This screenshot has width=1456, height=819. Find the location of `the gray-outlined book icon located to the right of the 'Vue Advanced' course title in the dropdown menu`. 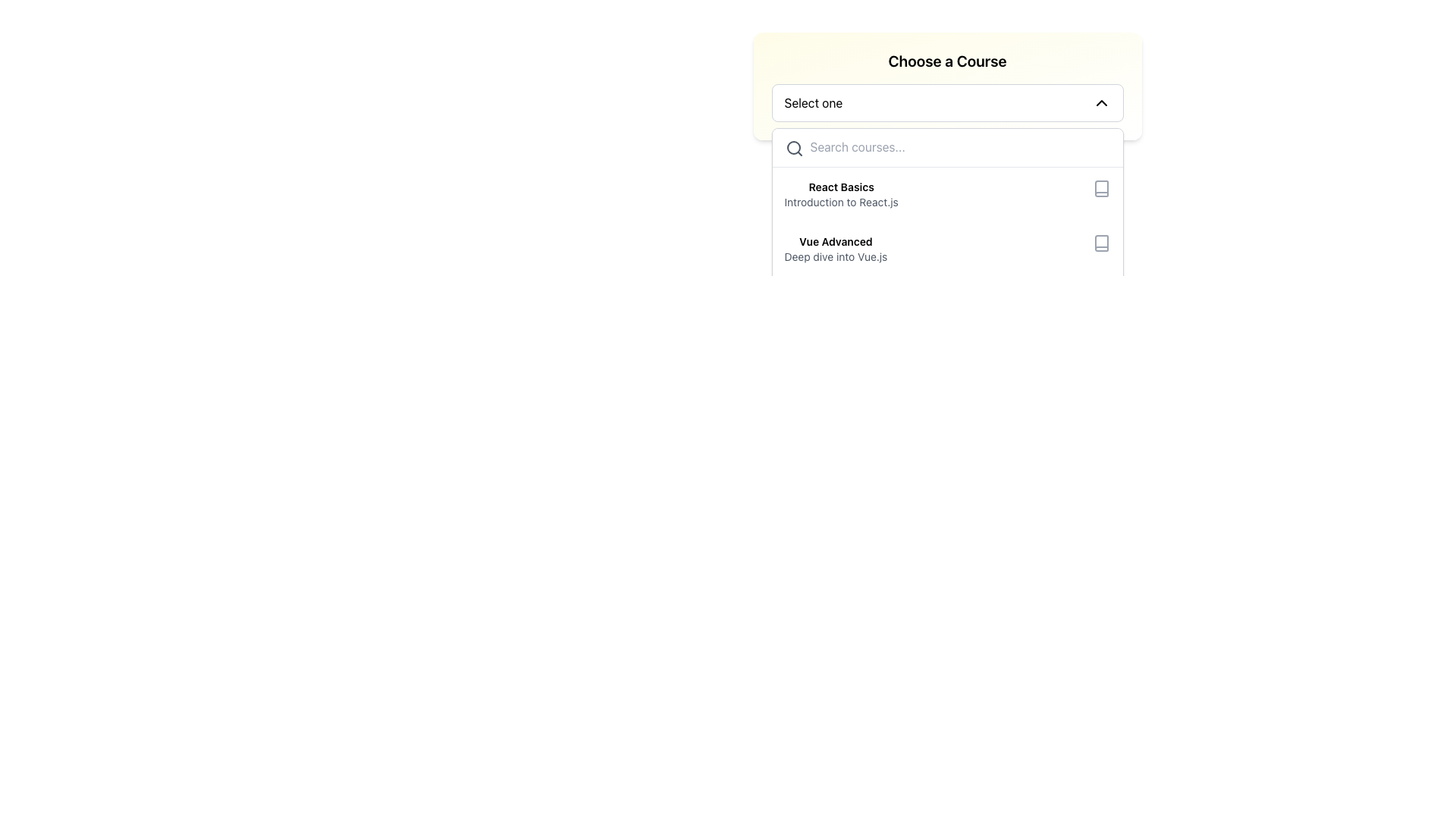

the gray-outlined book icon located to the right of the 'Vue Advanced' course title in the dropdown menu is located at coordinates (1101, 242).